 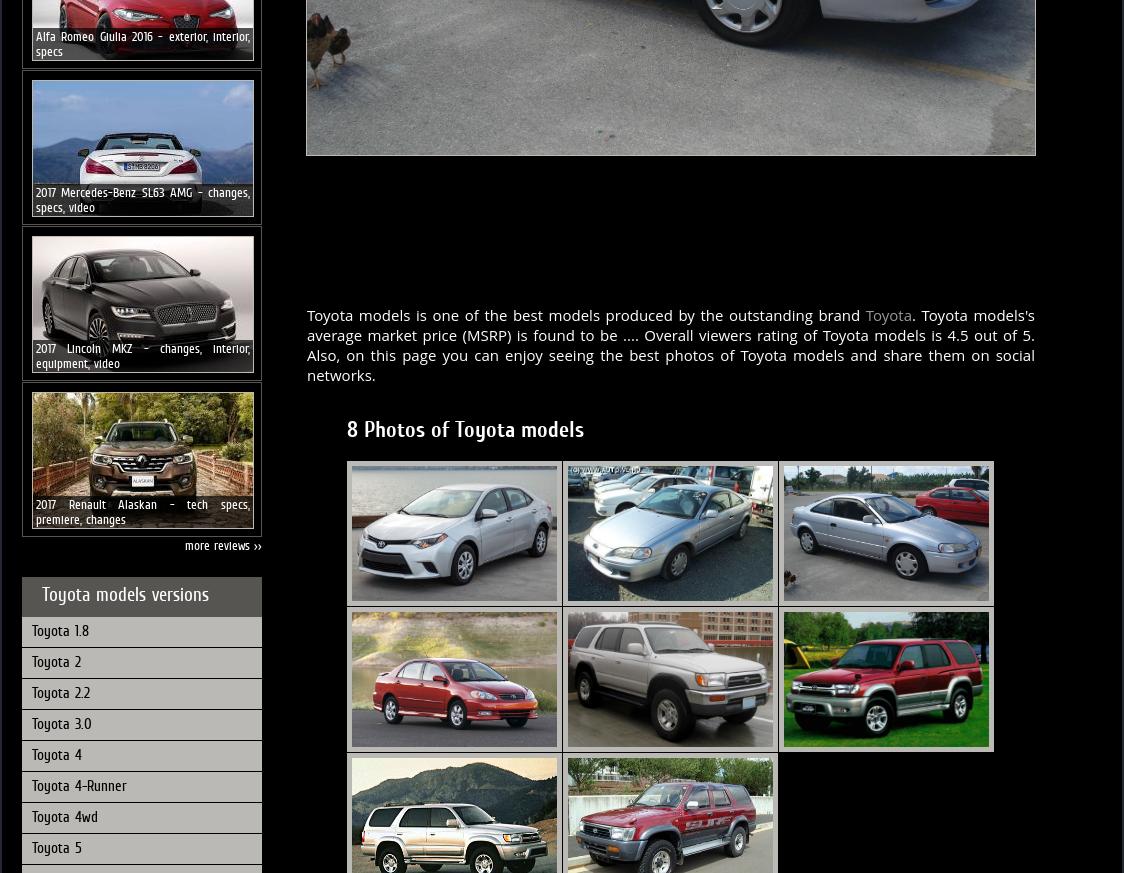 I want to click on 'Toyota 4wd', so click(x=63, y=815).